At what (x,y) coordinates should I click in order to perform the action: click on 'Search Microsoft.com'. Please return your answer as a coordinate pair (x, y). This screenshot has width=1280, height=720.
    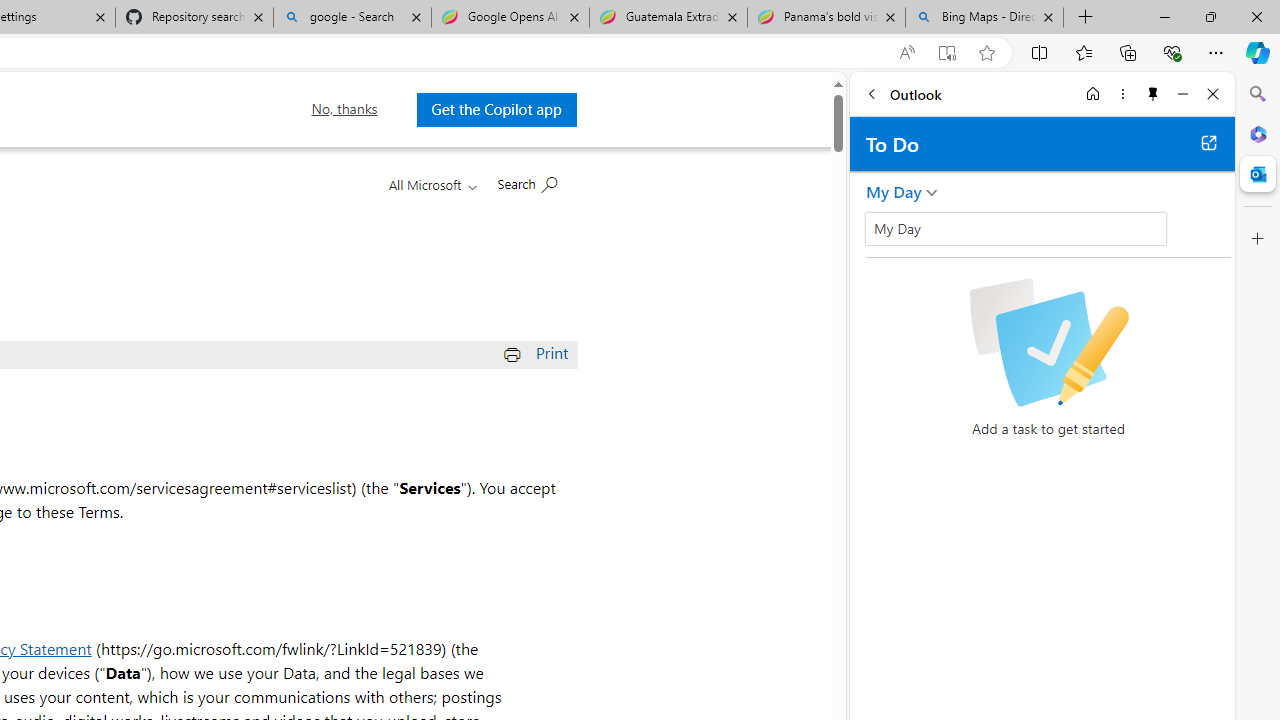
    Looking at the image, I should click on (527, 182).